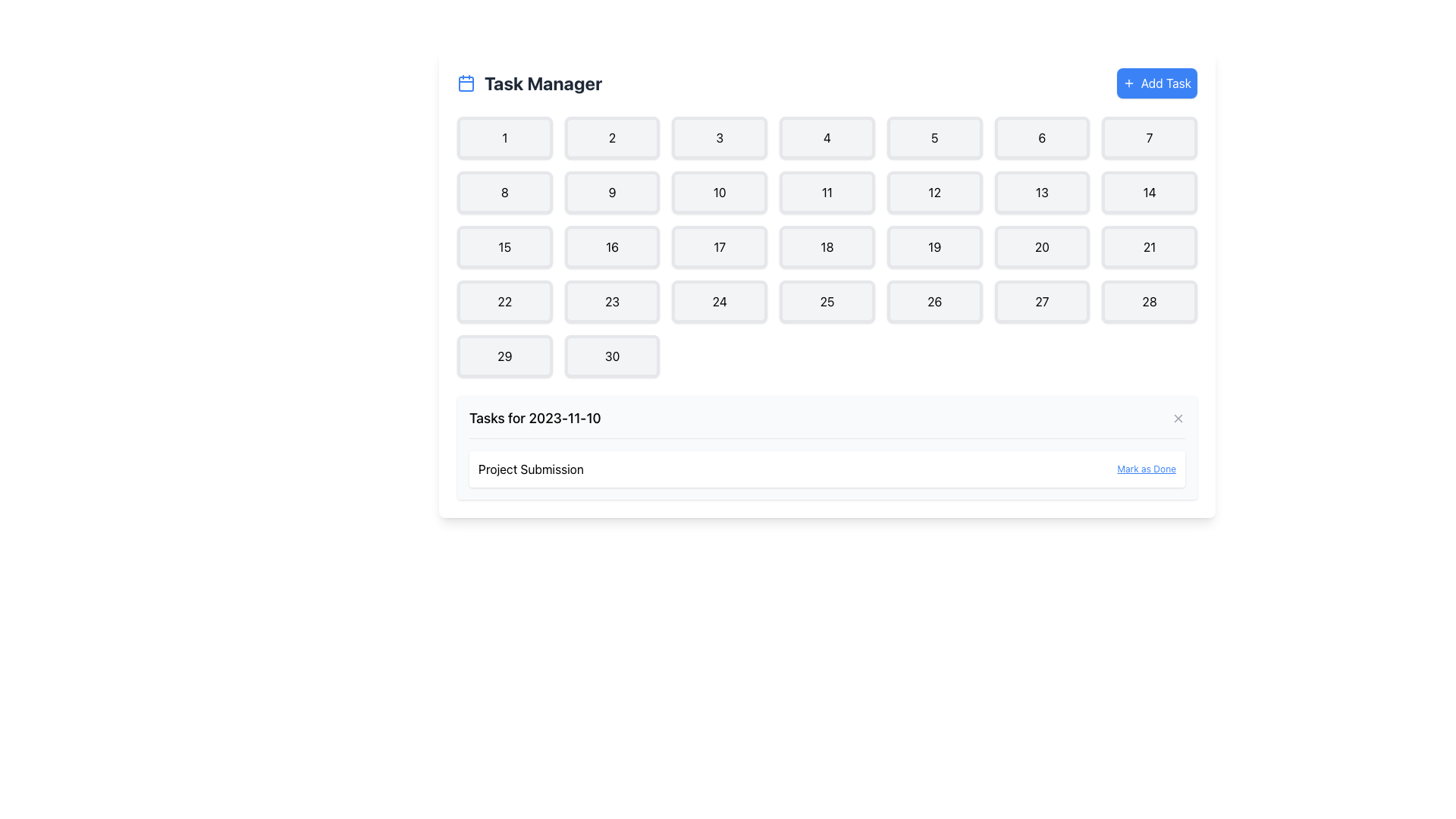  I want to click on the square button with rounded corners, displaying the text '26' in black on a light gray background, located in the fourth row and fifth column of the grid, so click(934, 301).